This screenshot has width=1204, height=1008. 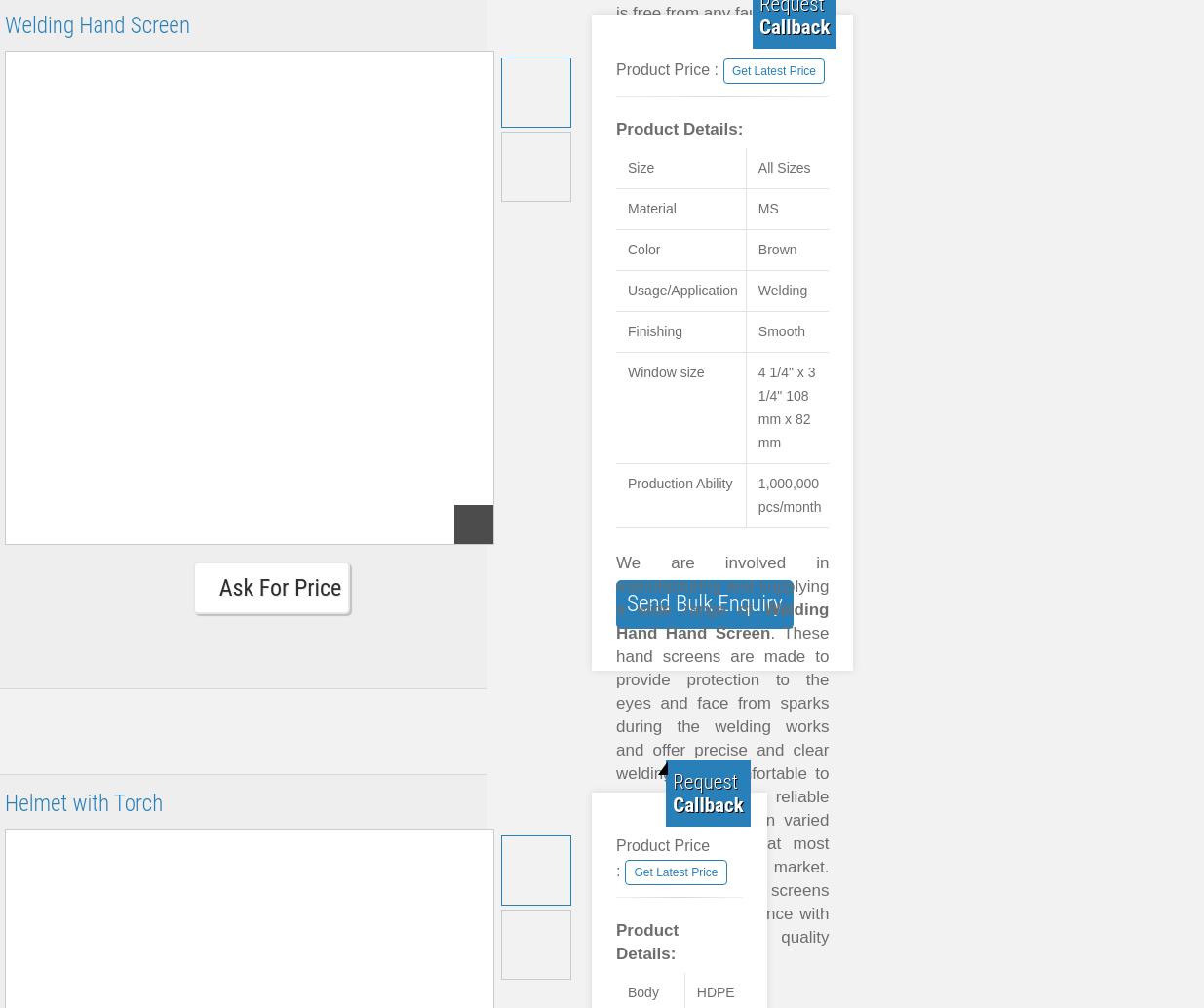 What do you see at coordinates (729, 316) in the screenshot?
I see `':'` at bounding box center [729, 316].